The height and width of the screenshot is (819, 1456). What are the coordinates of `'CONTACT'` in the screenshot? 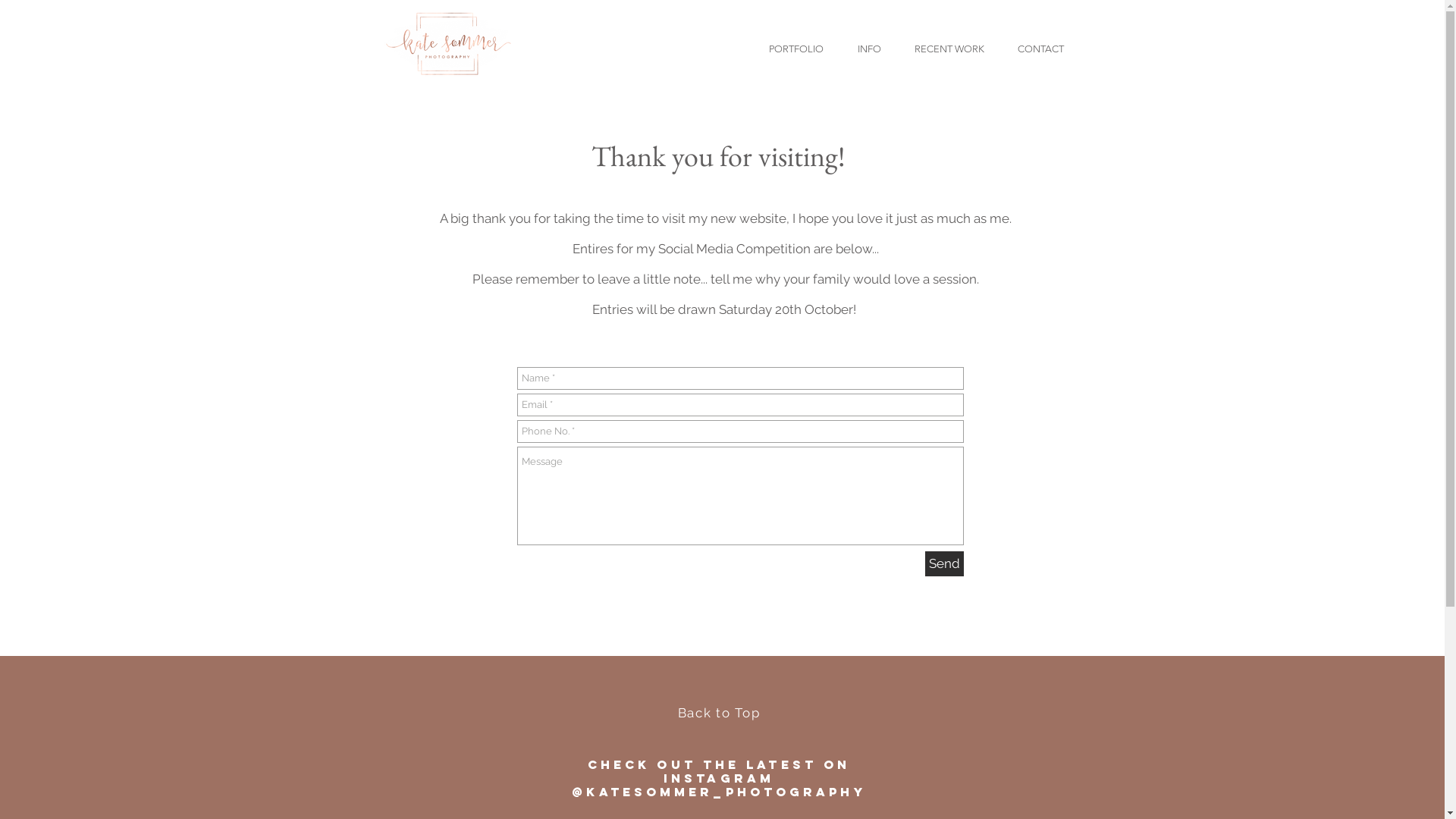 It's located at (1040, 41).